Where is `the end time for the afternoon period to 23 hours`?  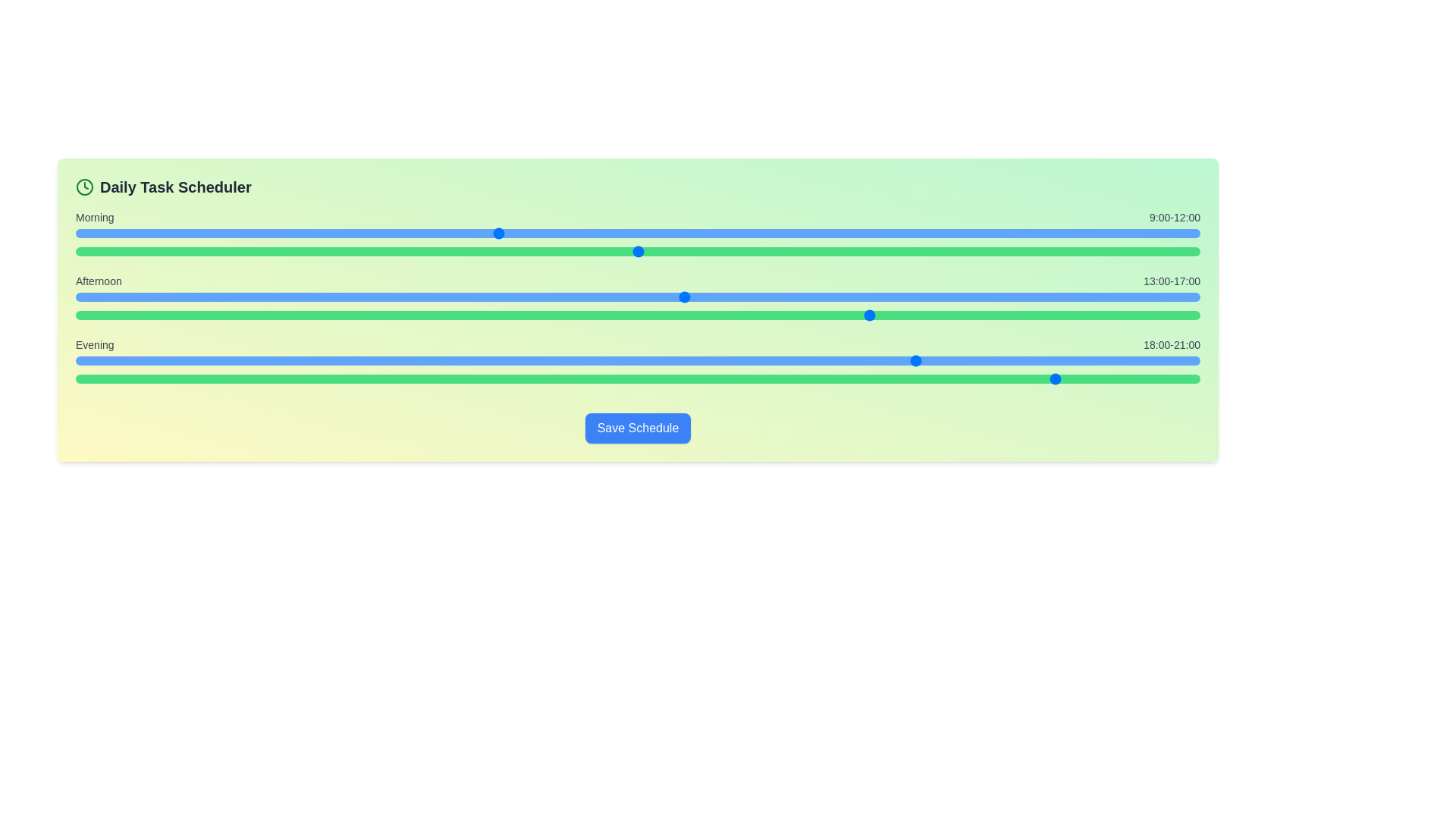 the end time for the afternoon period to 23 hours is located at coordinates (1098, 315).